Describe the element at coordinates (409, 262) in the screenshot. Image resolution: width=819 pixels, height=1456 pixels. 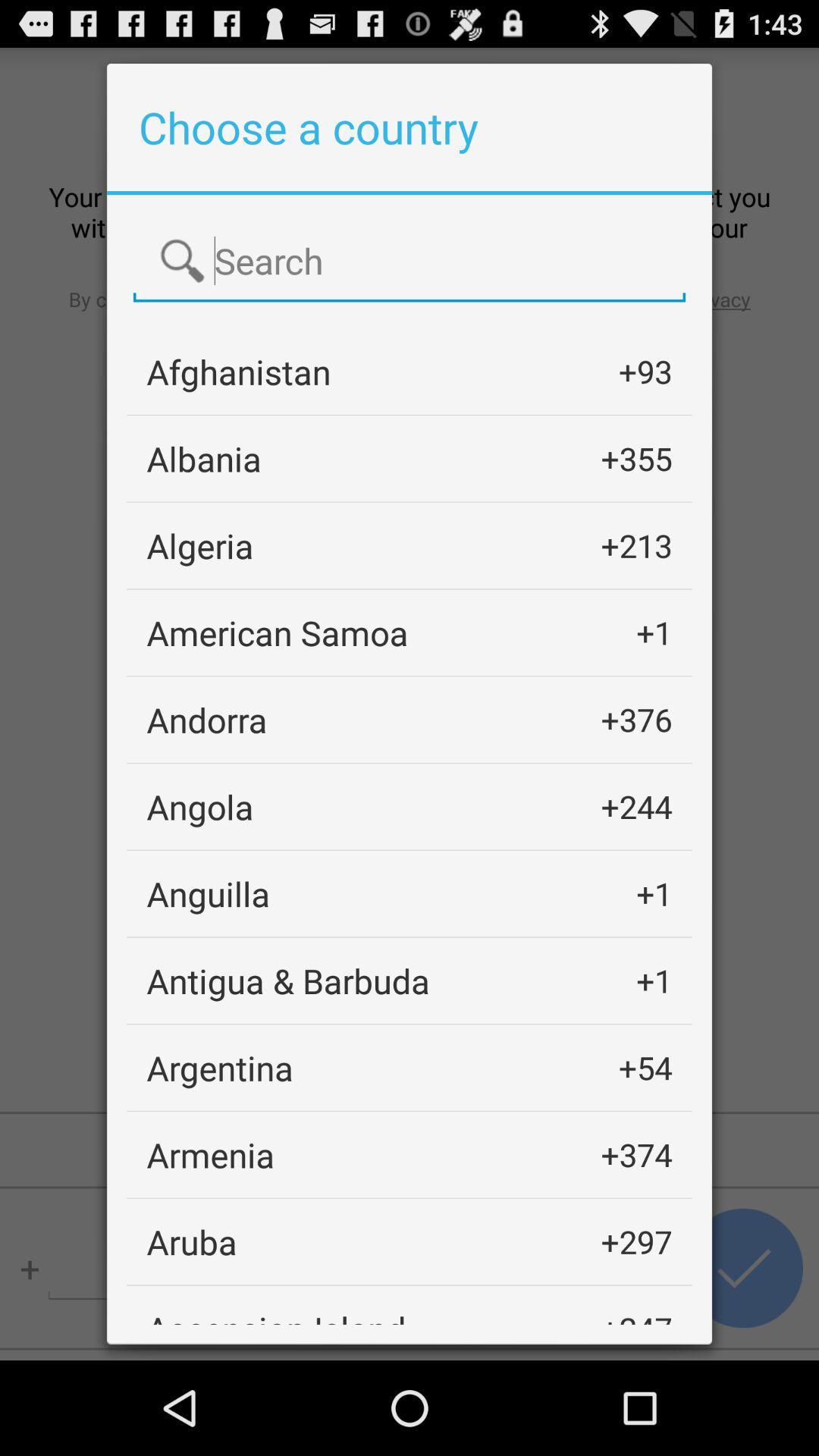
I see `search for country` at that location.